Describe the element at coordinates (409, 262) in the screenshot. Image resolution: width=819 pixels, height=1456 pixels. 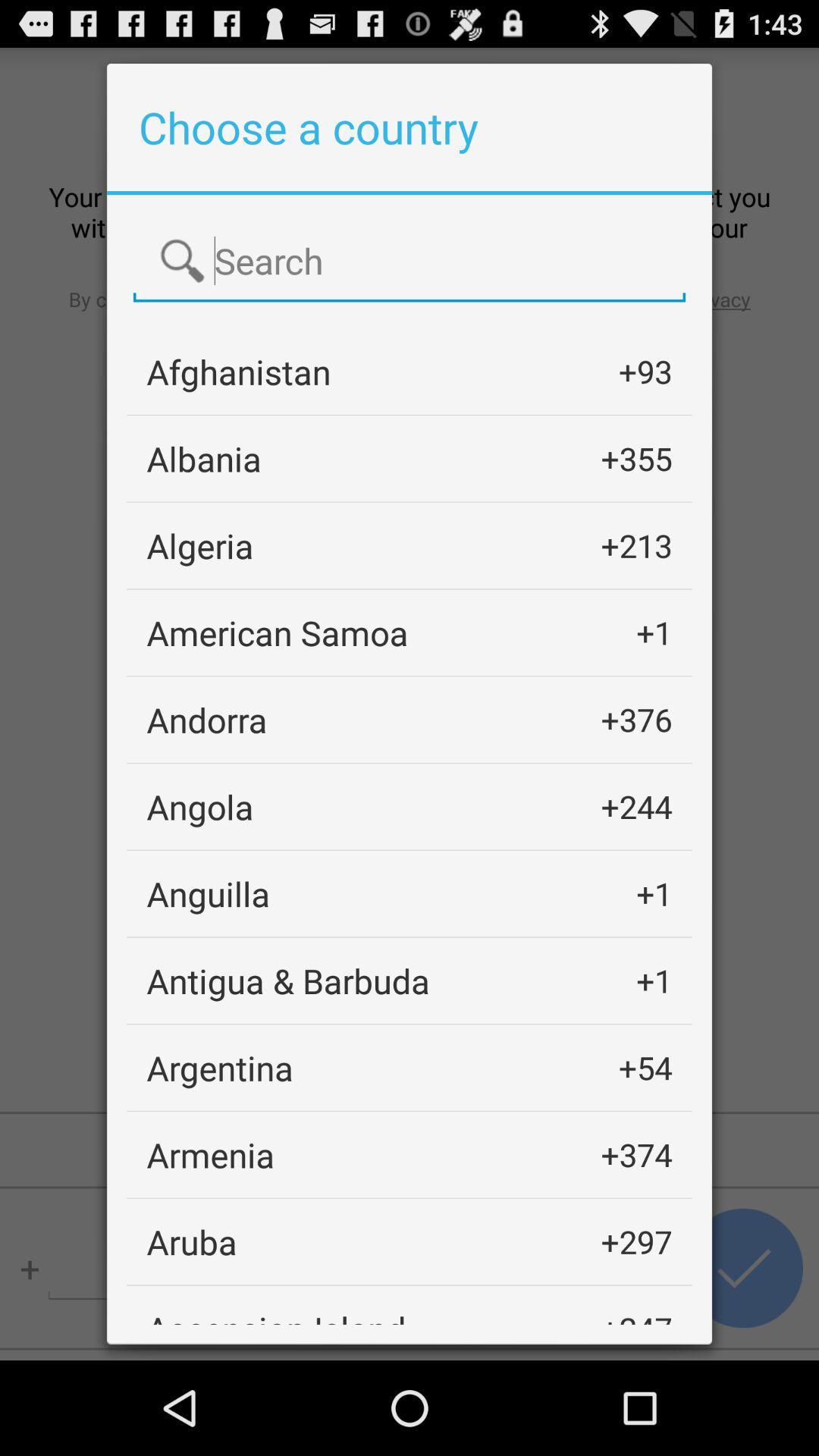
I see `search for country` at that location.